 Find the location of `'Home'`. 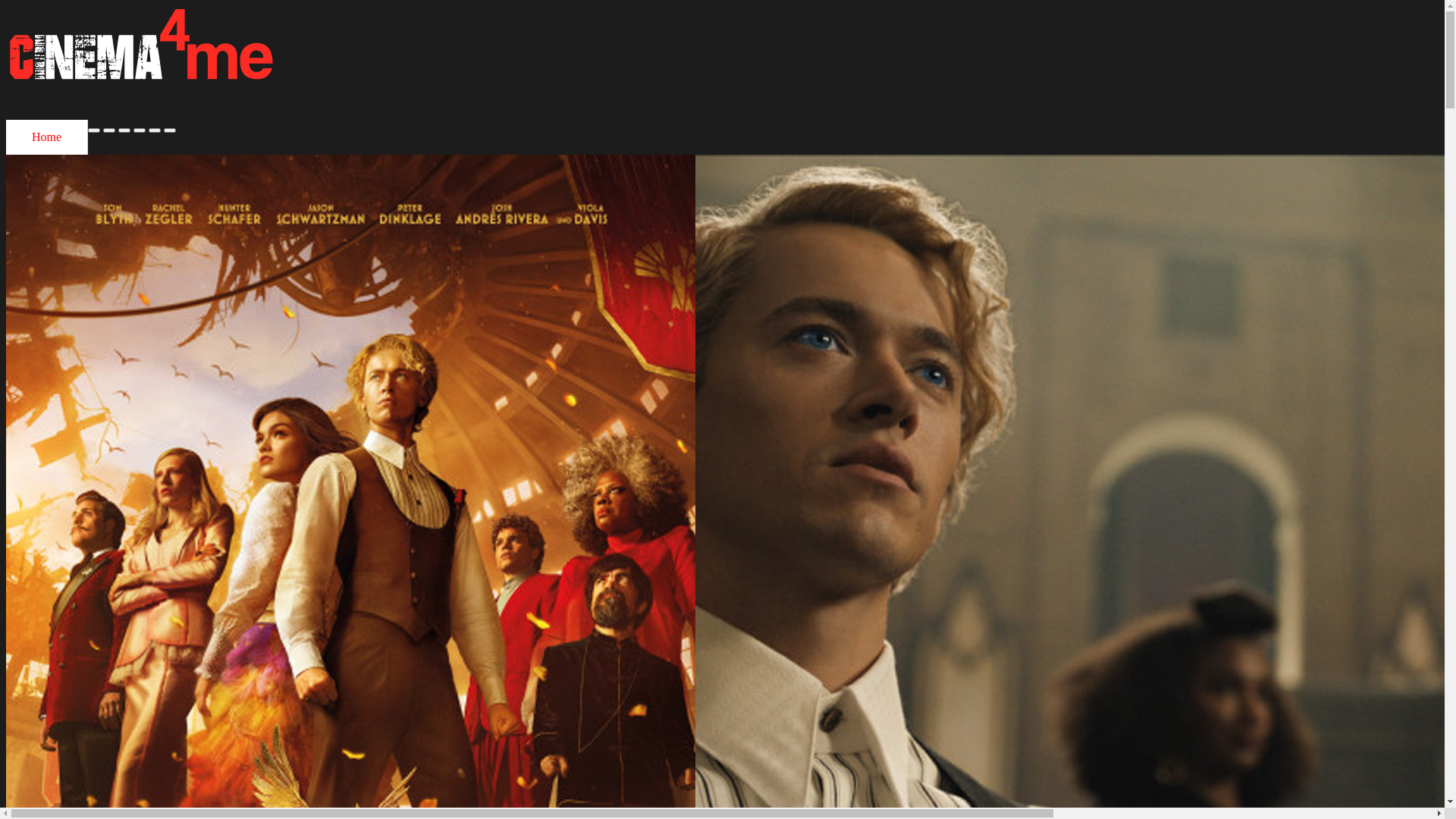

'Home' is located at coordinates (47, 137).